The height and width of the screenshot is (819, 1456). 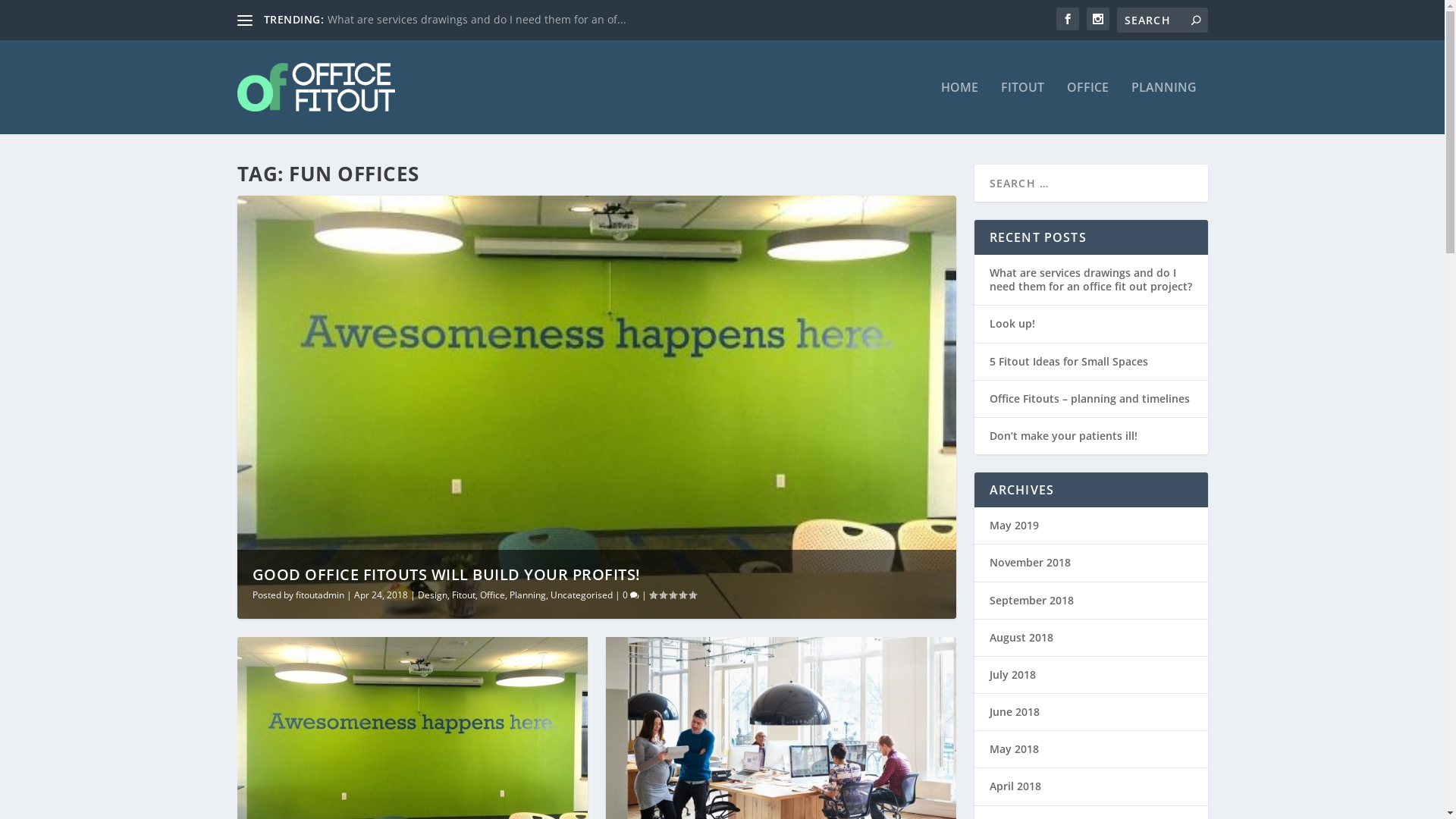 What do you see at coordinates (633, 595) in the screenshot?
I see `'comment count'` at bounding box center [633, 595].